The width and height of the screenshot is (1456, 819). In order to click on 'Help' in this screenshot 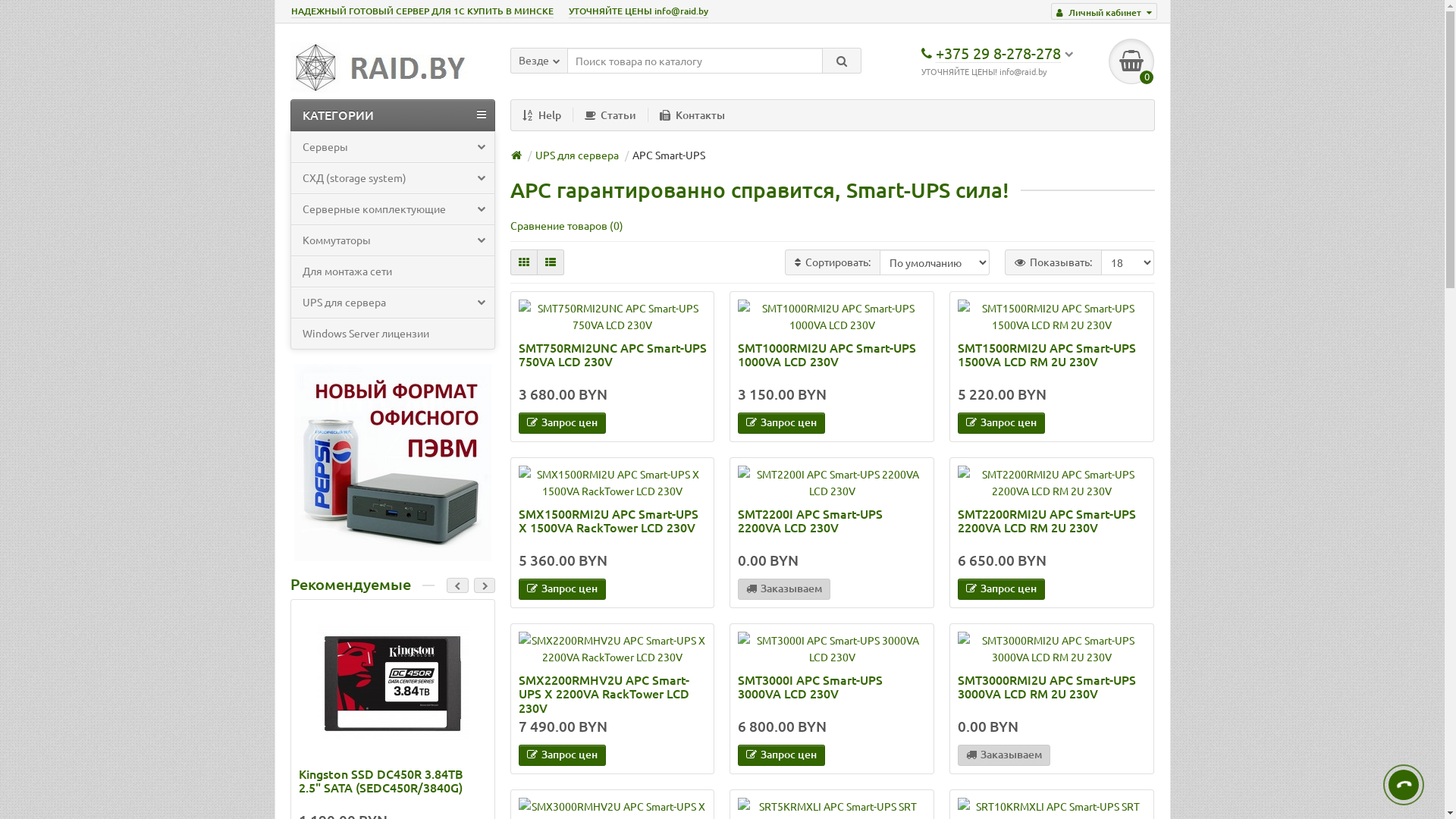, I will do `click(542, 114)`.